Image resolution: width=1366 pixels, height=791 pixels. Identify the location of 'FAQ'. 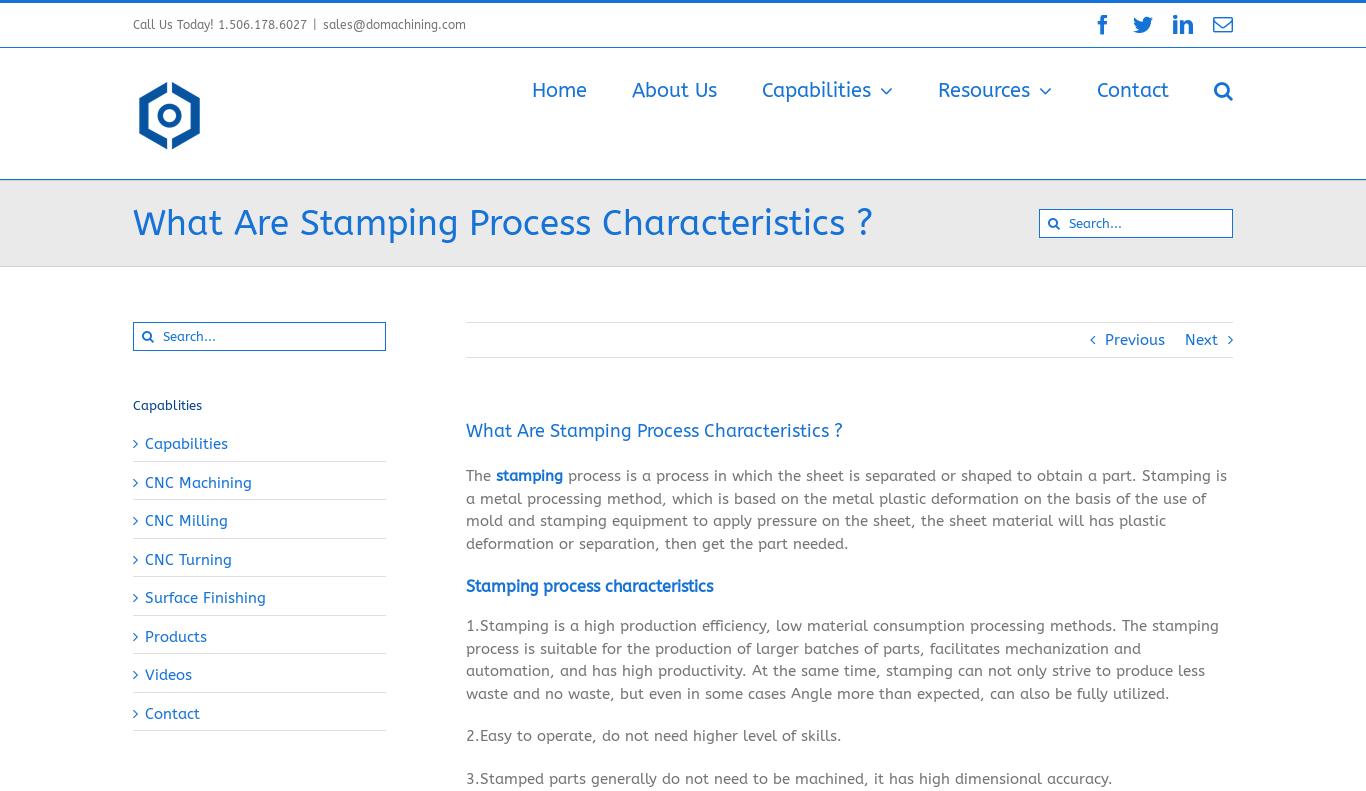
(972, 189).